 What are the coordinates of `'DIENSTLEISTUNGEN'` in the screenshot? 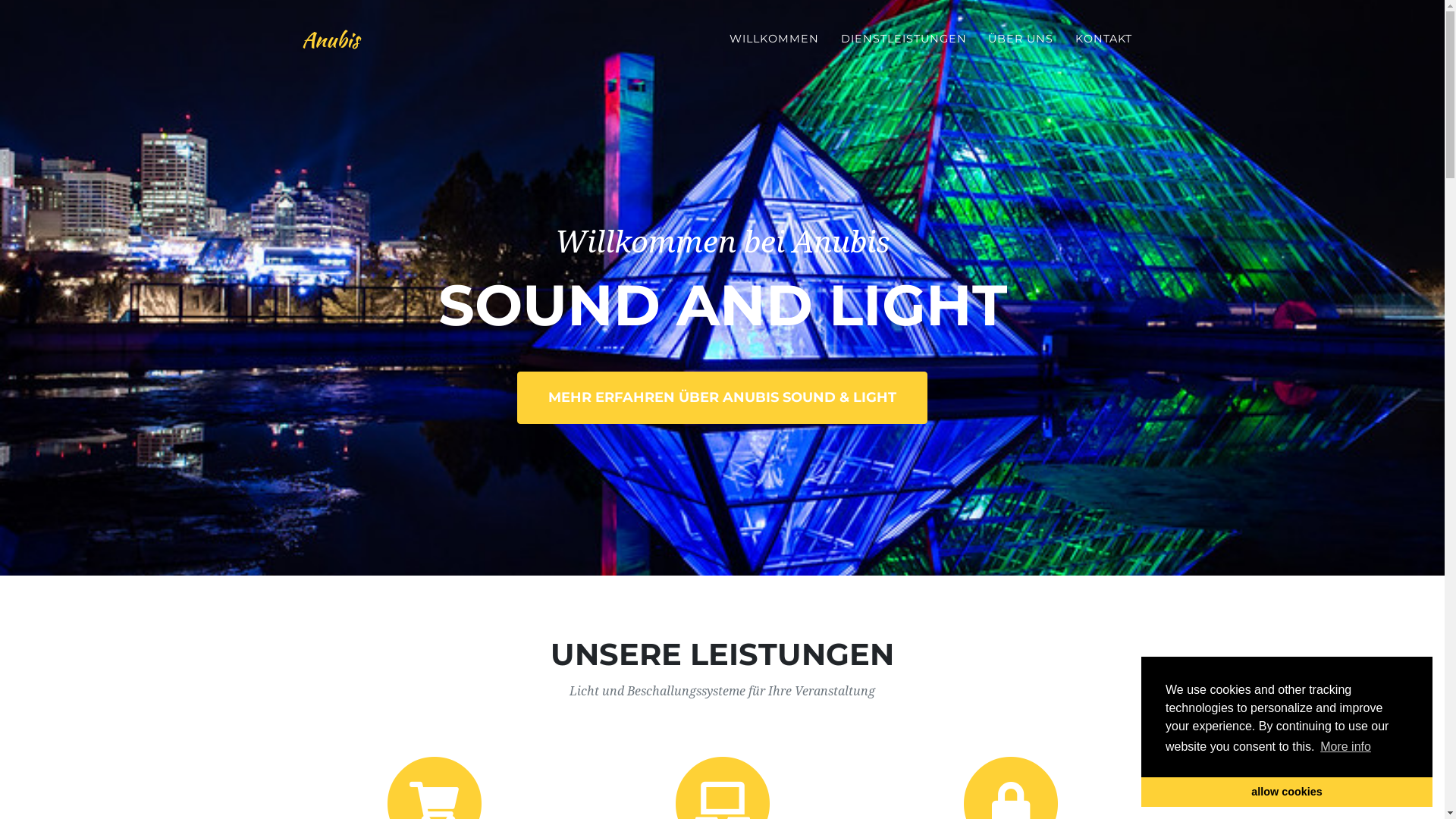 It's located at (903, 38).